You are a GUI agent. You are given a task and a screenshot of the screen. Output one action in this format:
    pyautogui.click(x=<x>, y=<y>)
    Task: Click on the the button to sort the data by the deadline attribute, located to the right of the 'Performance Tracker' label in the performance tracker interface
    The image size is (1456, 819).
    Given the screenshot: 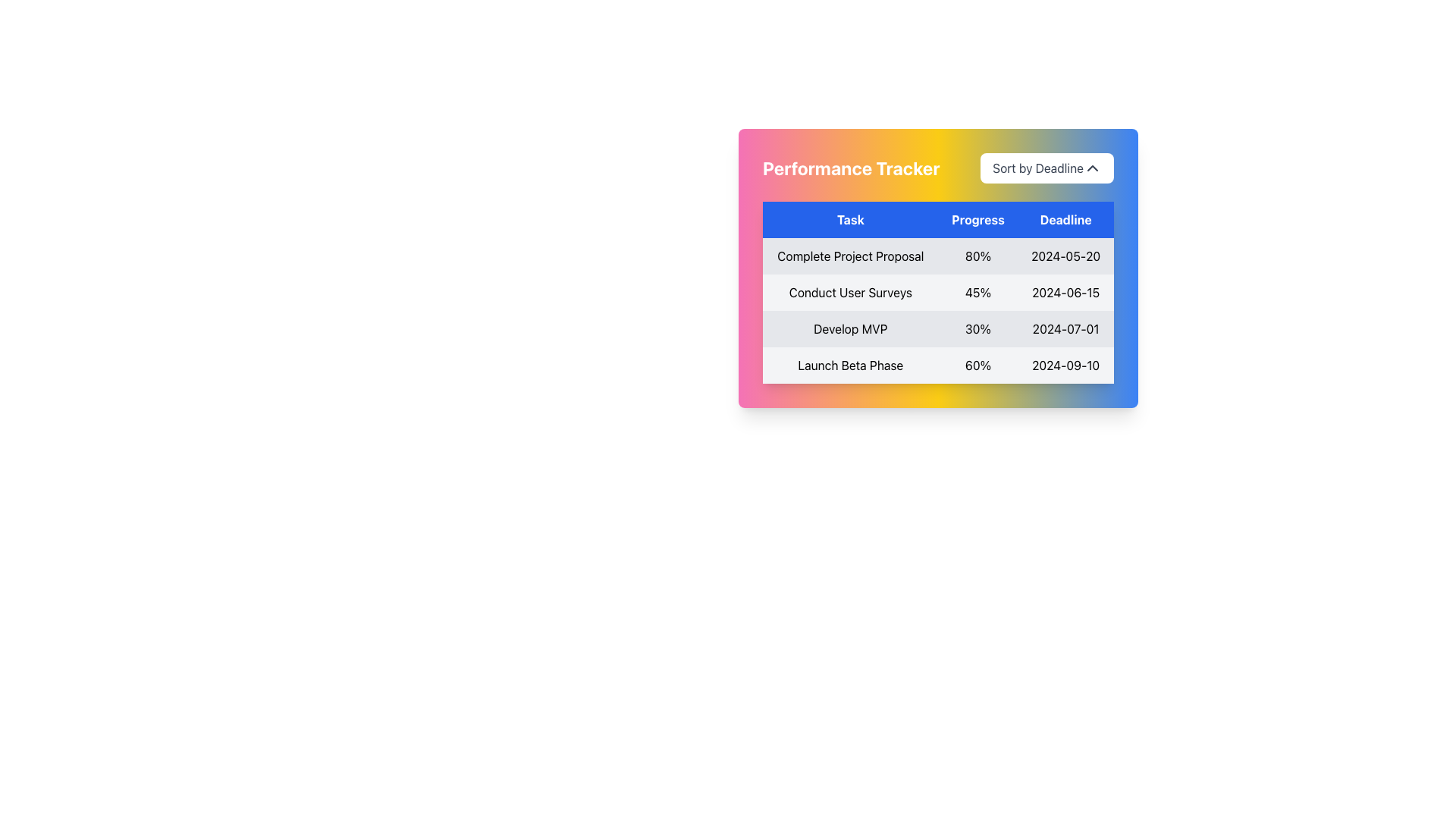 What is the action you would take?
    pyautogui.click(x=1046, y=168)
    